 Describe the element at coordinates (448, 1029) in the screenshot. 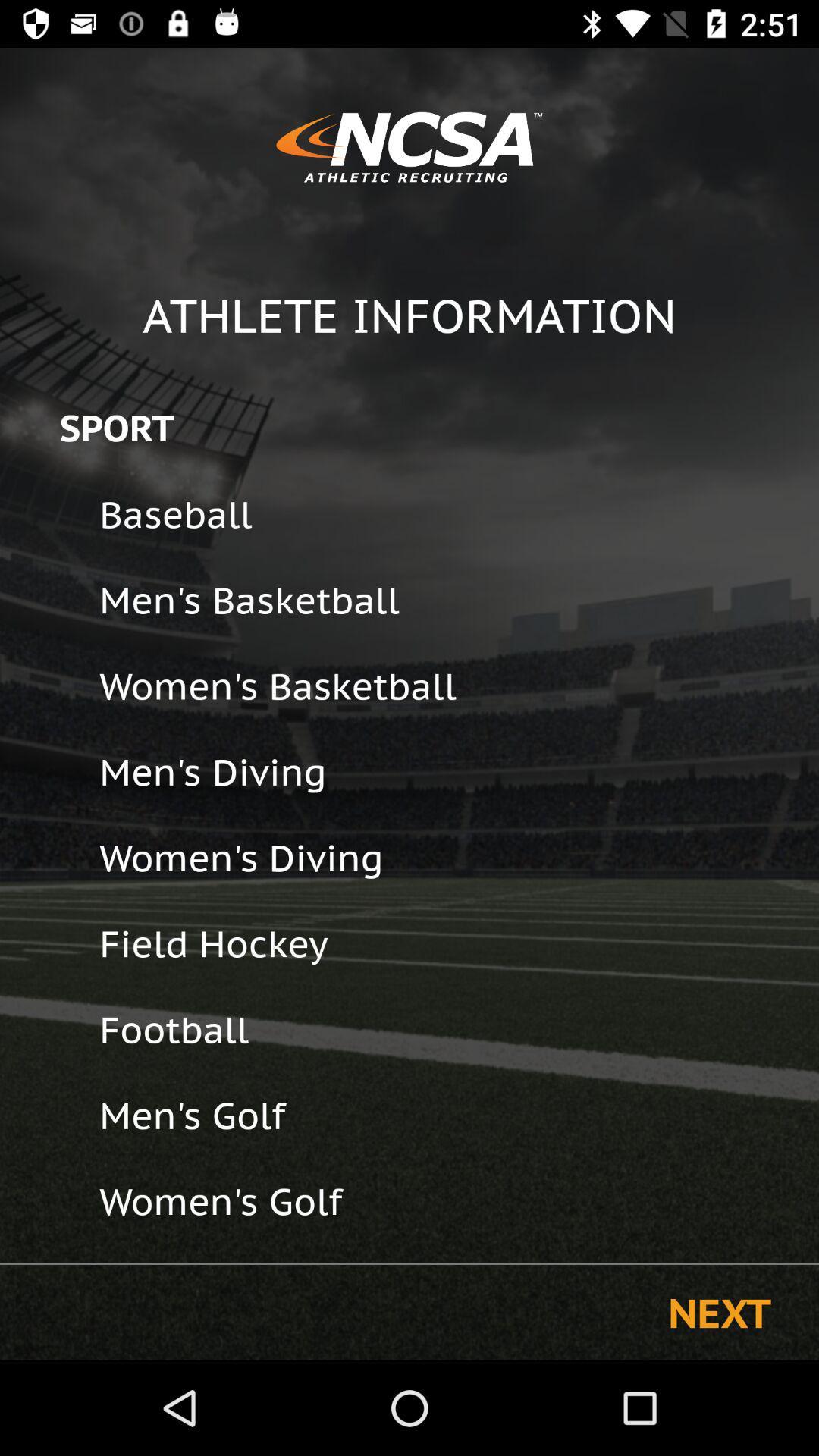

I see `the football item` at that location.